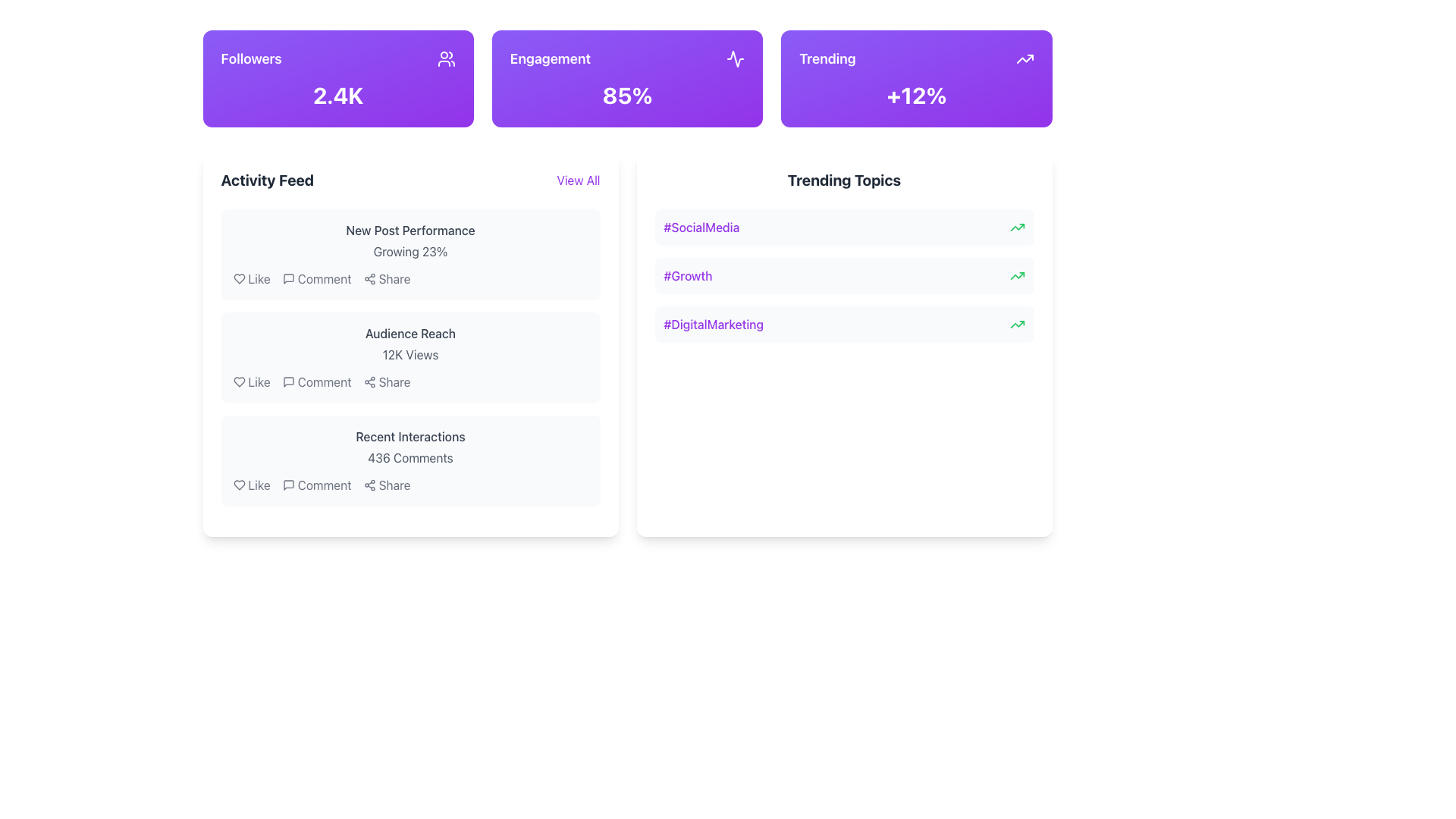  Describe the element at coordinates (316, 381) in the screenshot. I see `the button located between 'Like' and 'Share' in the 'Audience Reach' section of the activity feed` at that location.